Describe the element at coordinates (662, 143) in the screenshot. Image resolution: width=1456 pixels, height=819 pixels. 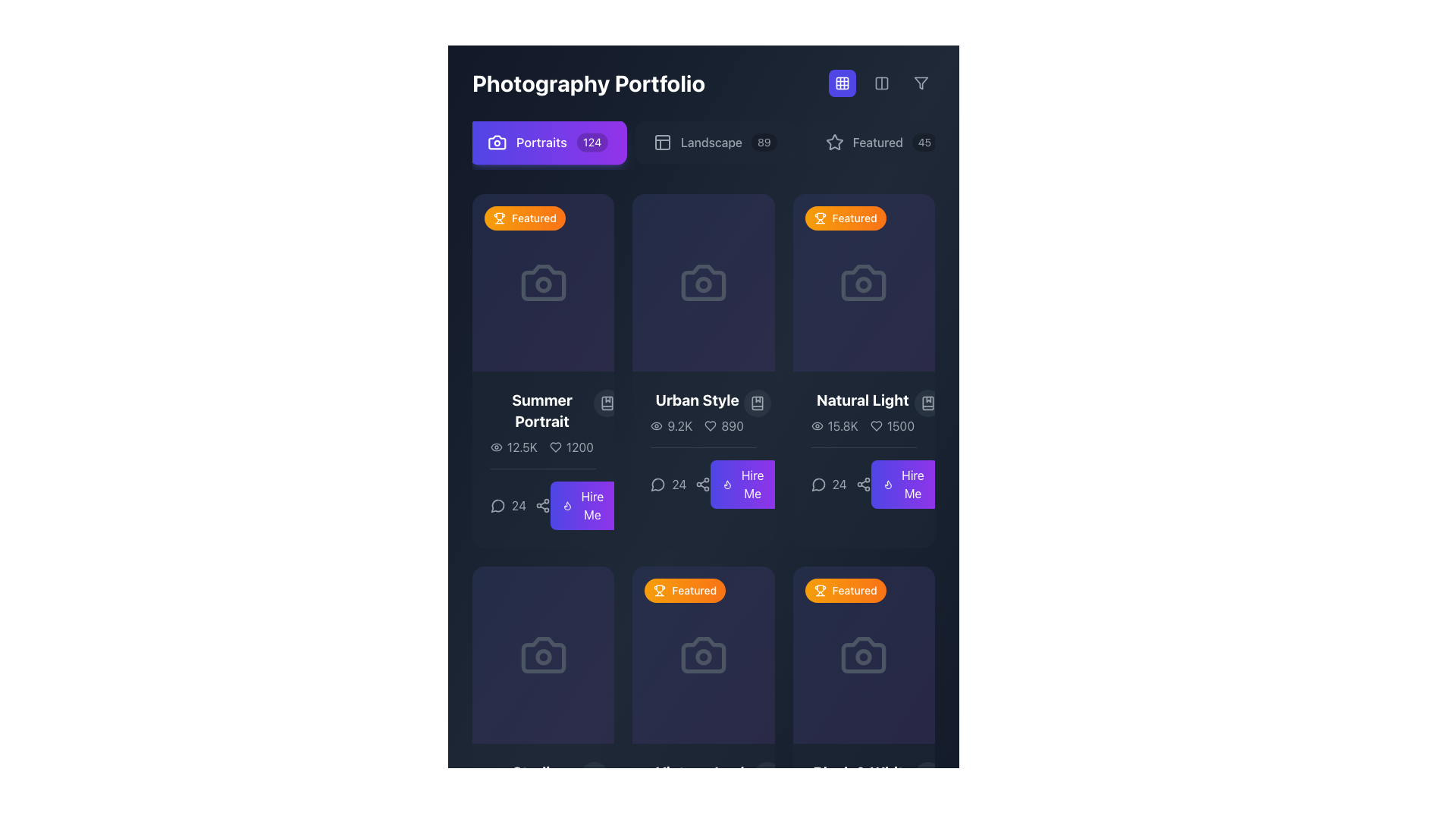
I see `the small monochrome grid layout icon located within the 'Landscape 89' button in the navigation bar, situated to the left of the text 'Landscape' and the counter '89'` at that location.